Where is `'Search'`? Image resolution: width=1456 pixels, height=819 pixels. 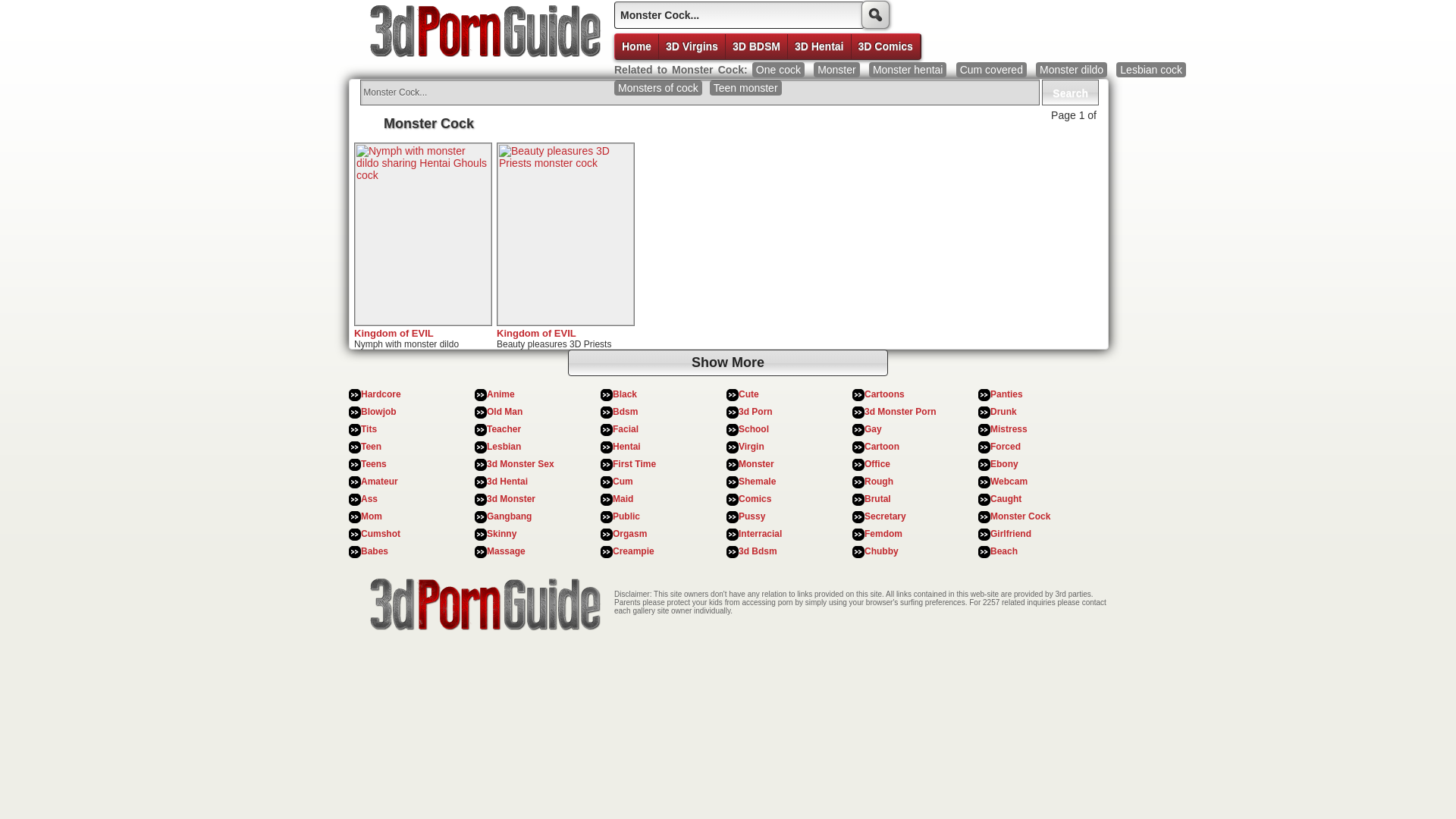
'Search' is located at coordinates (1069, 93).